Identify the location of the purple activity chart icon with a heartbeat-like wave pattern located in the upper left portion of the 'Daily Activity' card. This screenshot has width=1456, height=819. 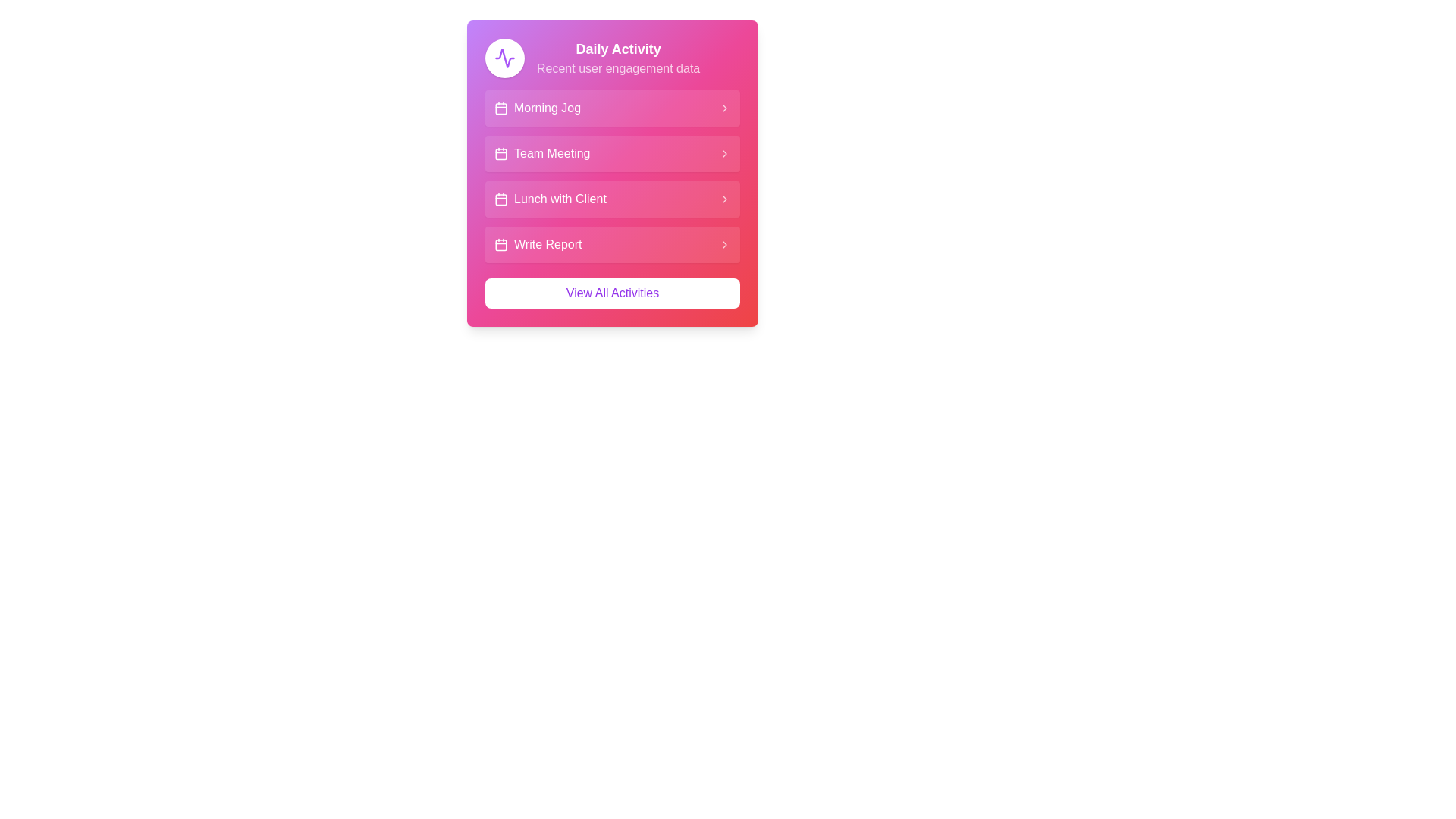
(505, 58).